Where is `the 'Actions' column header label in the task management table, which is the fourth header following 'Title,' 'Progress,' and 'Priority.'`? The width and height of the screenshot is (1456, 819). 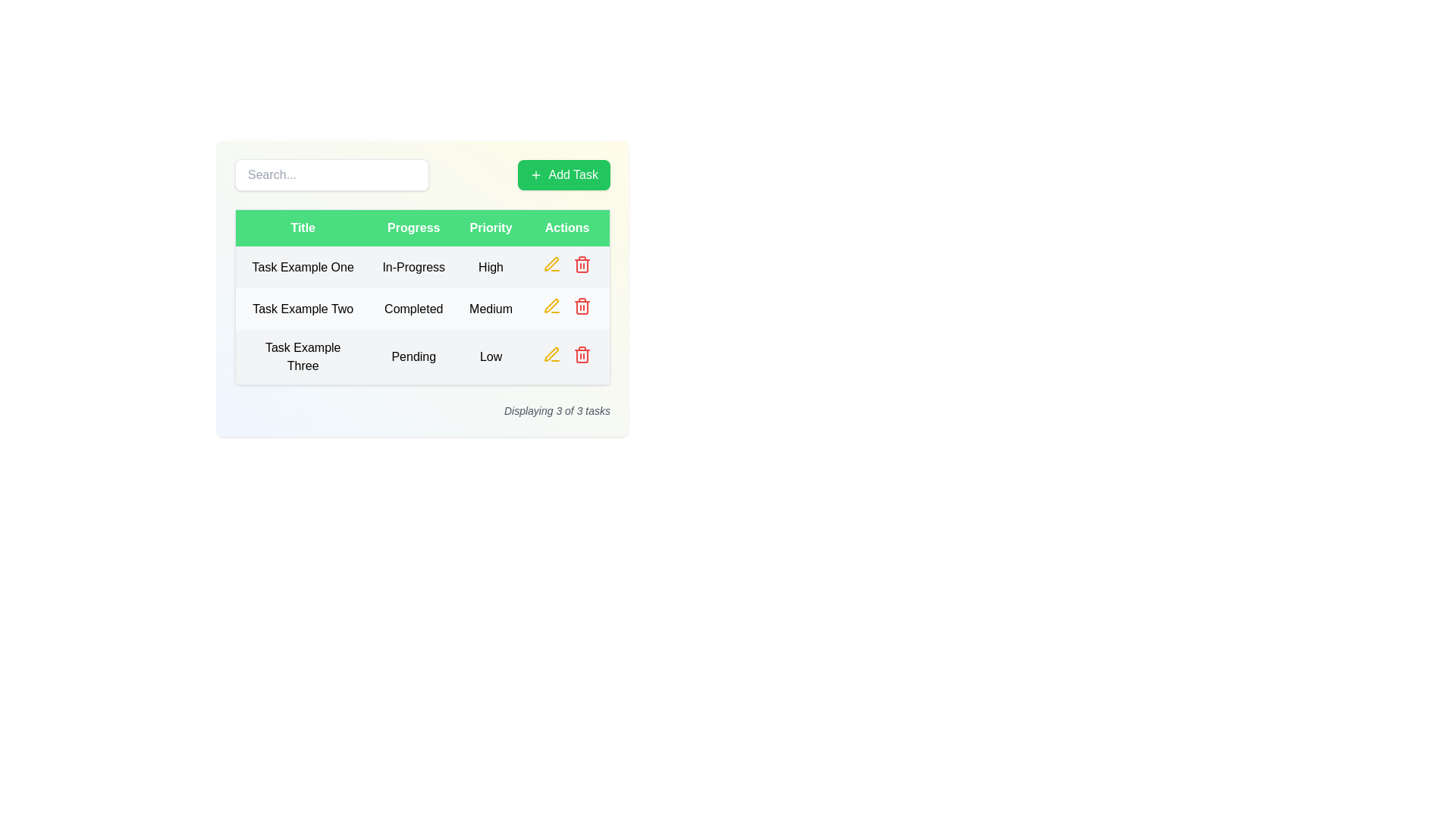 the 'Actions' column header label in the task management table, which is the fourth header following 'Title,' 'Progress,' and 'Priority.' is located at coordinates (566, 227).